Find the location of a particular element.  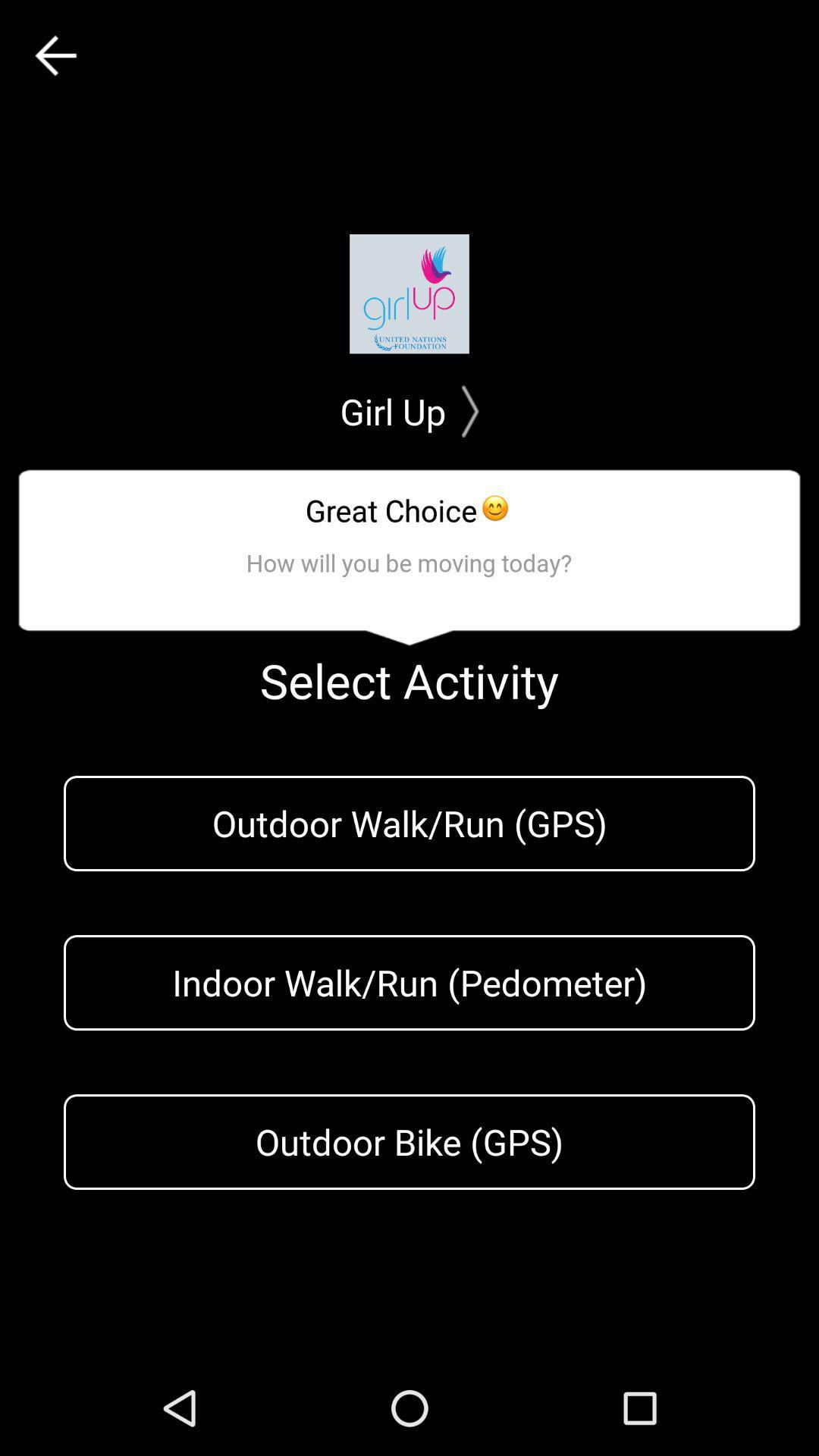

girl up icon is located at coordinates (409, 411).